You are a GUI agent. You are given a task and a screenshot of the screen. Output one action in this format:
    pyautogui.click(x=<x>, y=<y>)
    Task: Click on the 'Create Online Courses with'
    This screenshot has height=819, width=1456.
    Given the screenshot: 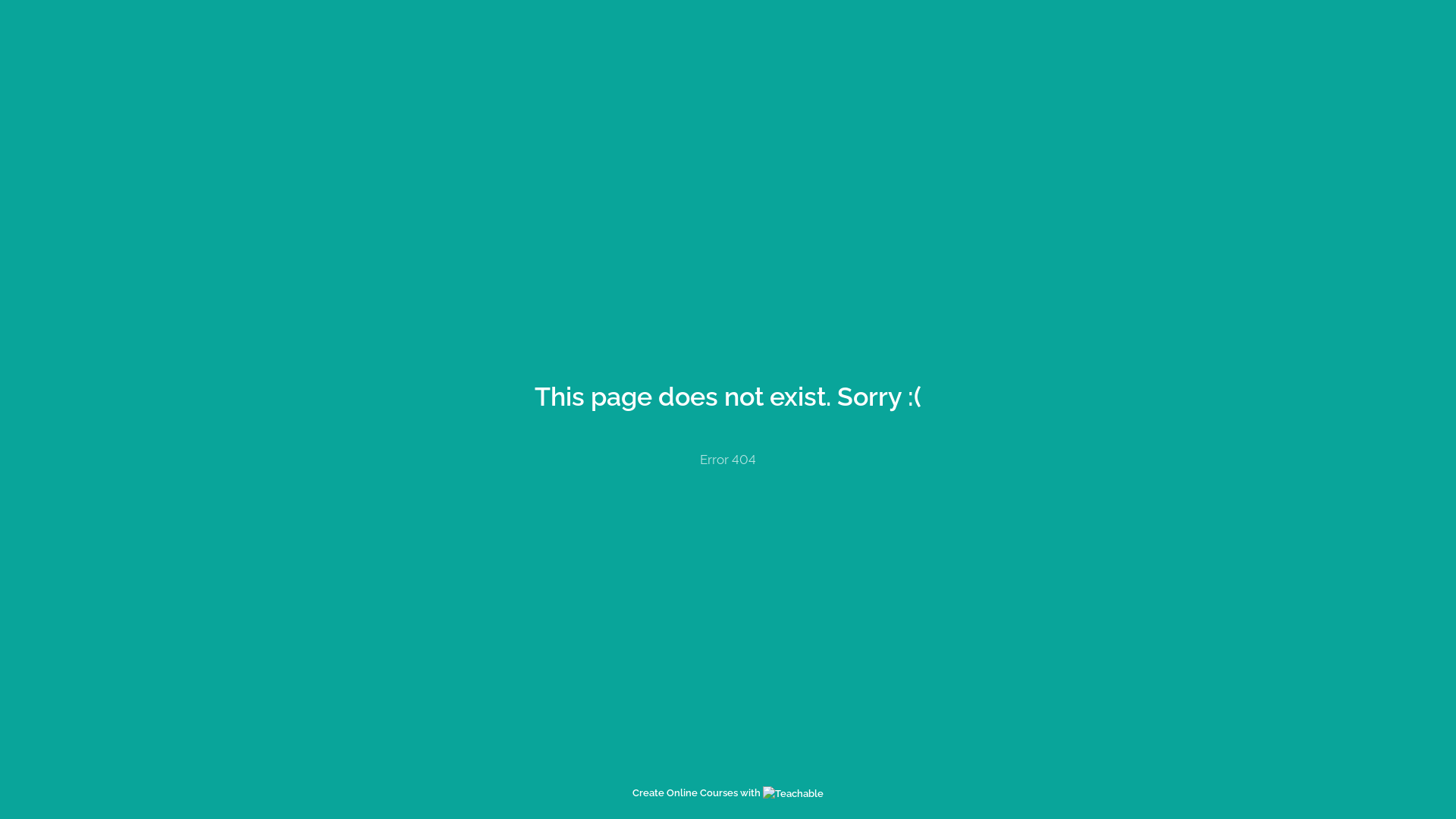 What is the action you would take?
    pyautogui.click(x=728, y=792)
    